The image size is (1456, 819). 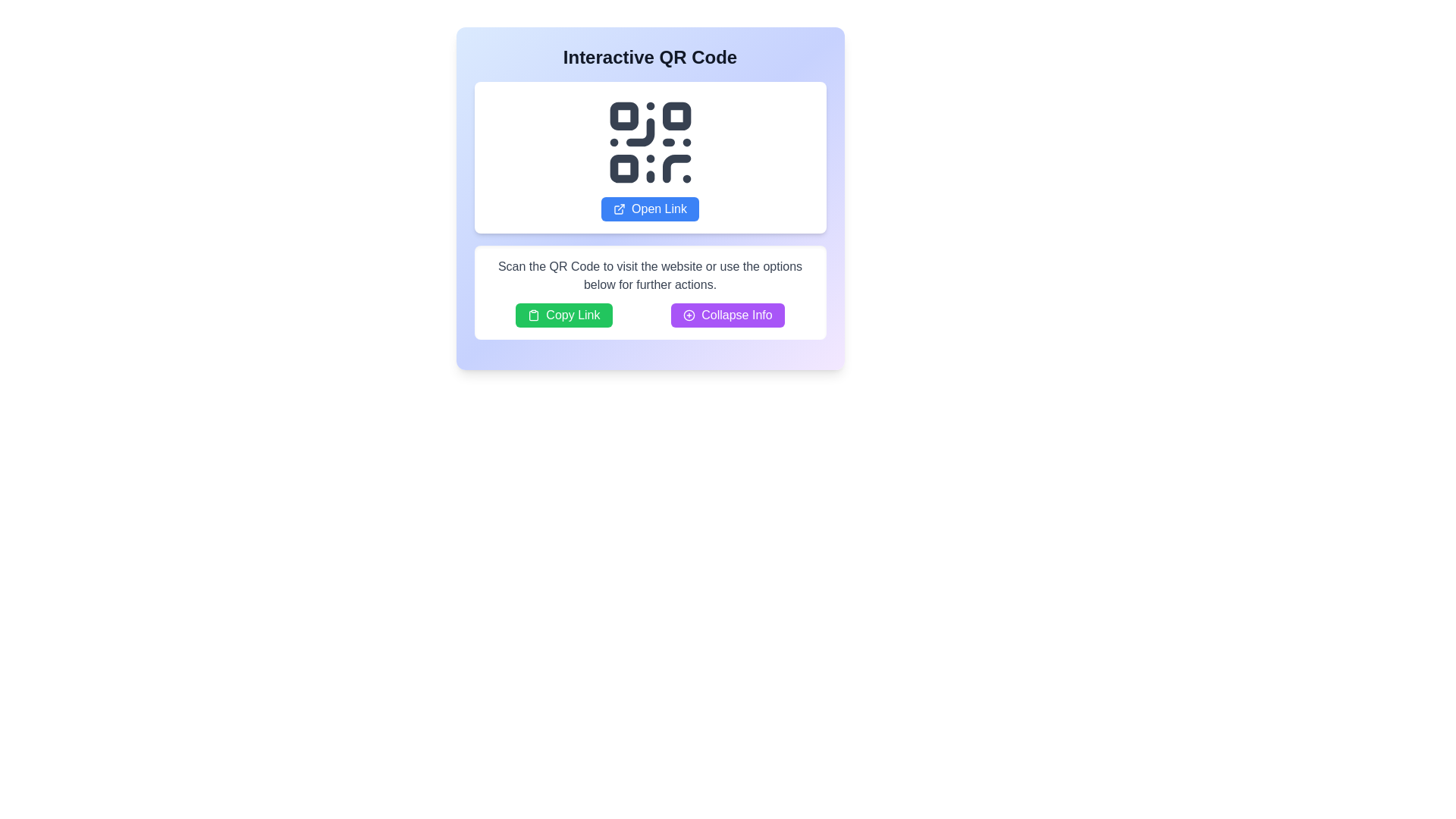 What do you see at coordinates (650, 209) in the screenshot?
I see `the button located below the QR code image` at bounding box center [650, 209].